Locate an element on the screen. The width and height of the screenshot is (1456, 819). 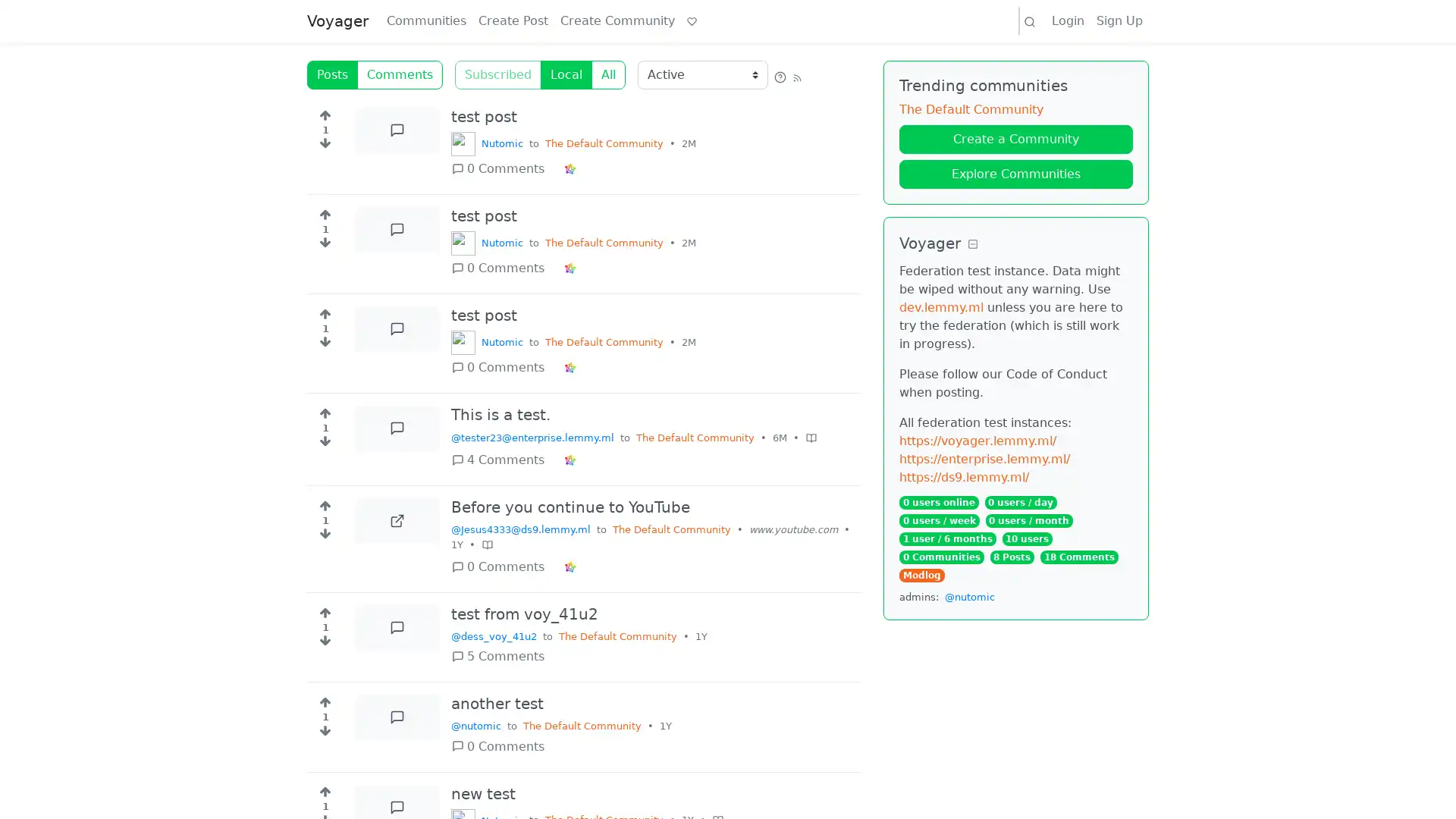
Upvote is located at coordinates (324, 309).